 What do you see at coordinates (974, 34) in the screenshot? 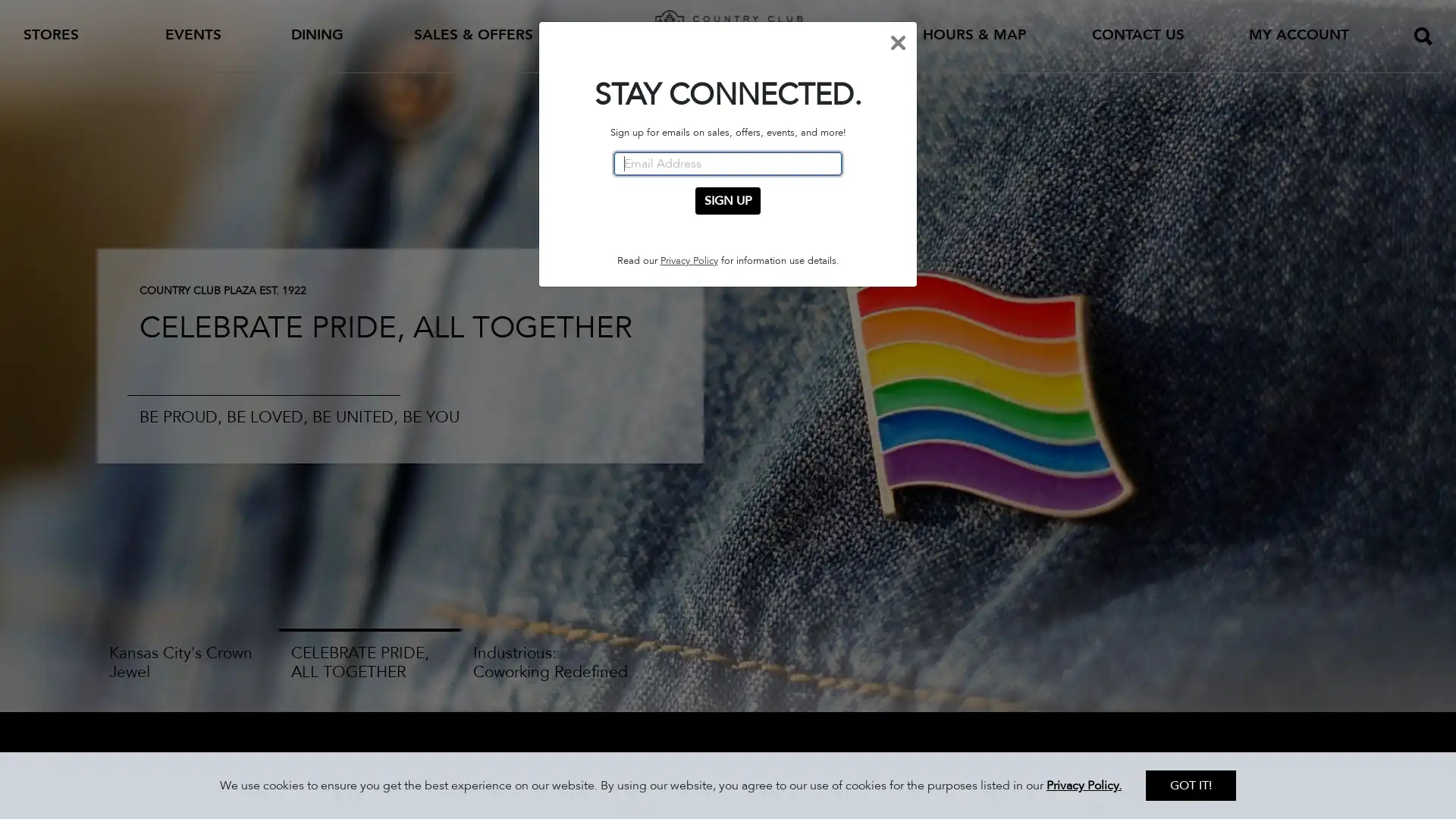
I see `HOURS & MAP` at bounding box center [974, 34].